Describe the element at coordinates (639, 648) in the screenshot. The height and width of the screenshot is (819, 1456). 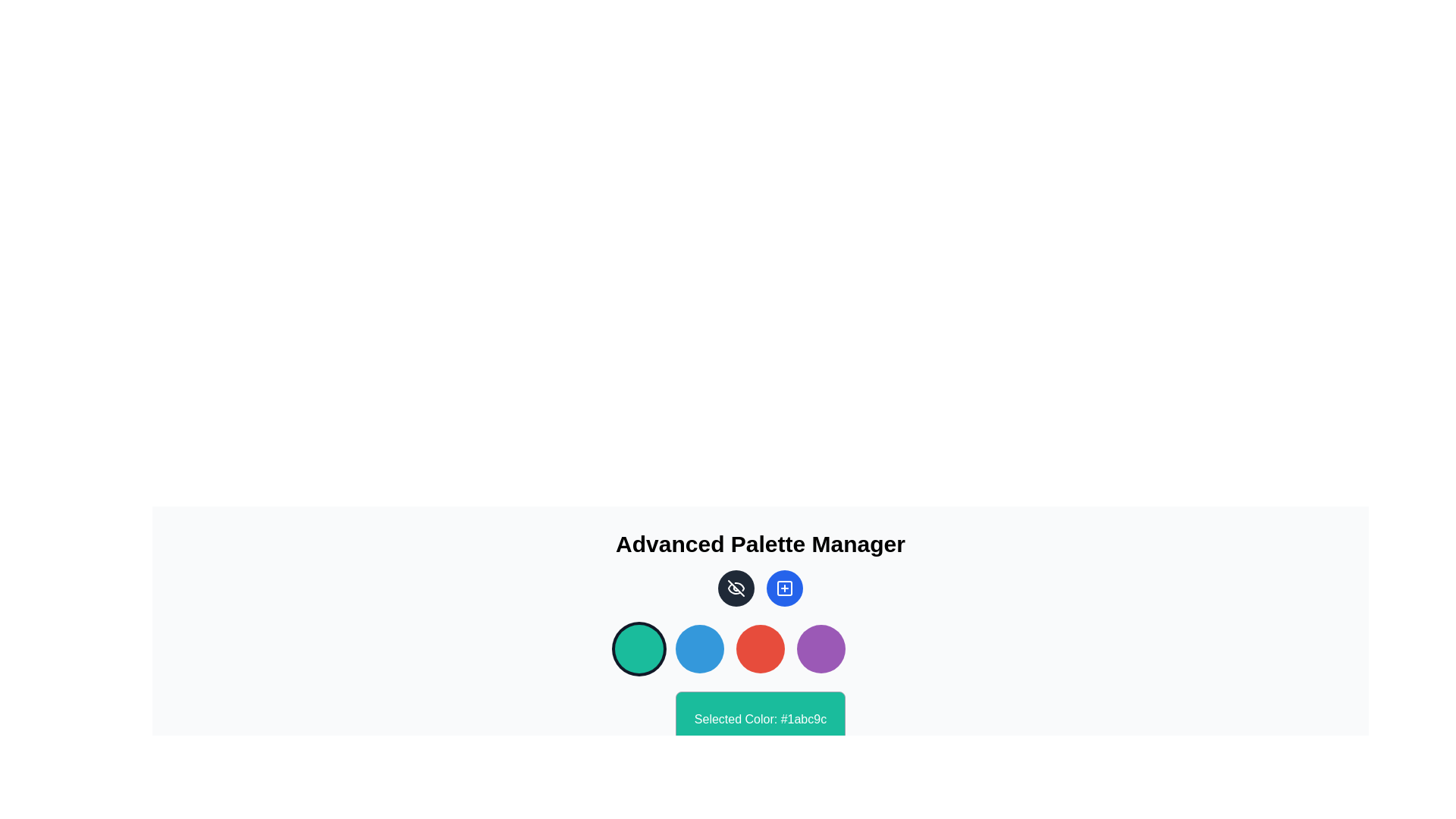
I see `the teal color selection button located at the bottom left of the interface, which is the first in a row of five circular buttons` at that location.